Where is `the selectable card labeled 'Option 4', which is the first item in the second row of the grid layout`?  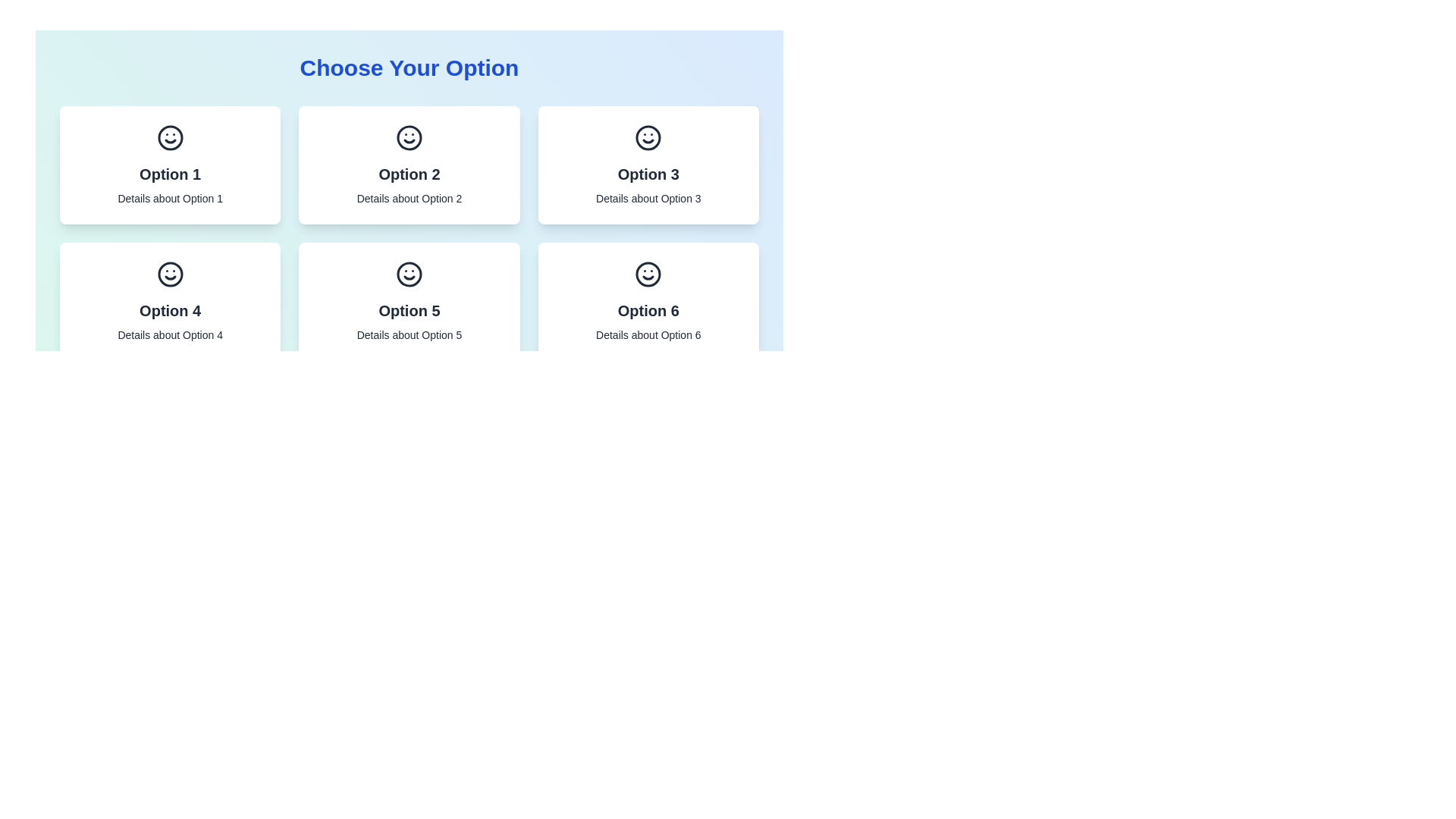 the selectable card labeled 'Option 4', which is the first item in the second row of the grid layout is located at coordinates (170, 301).